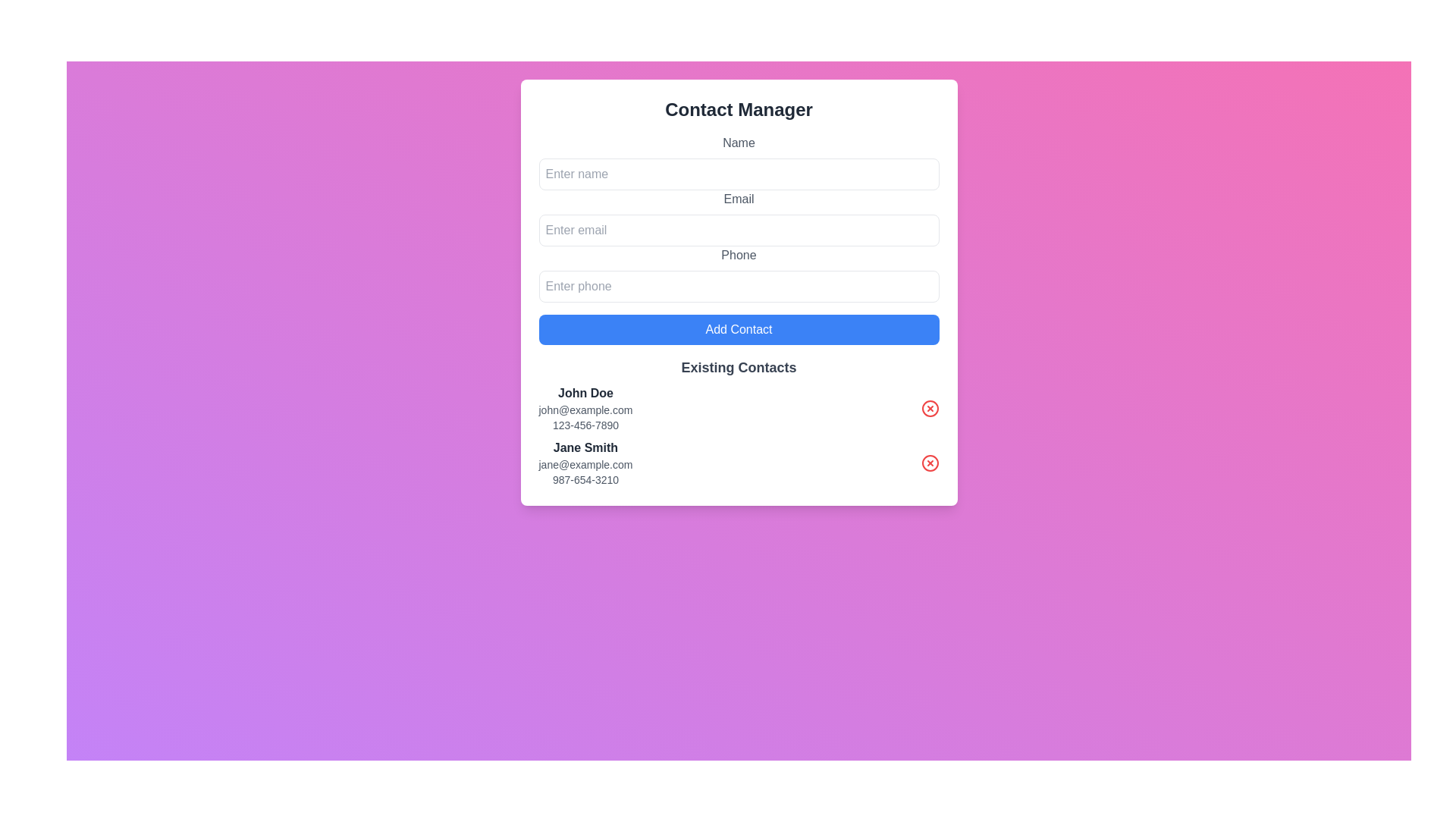  Describe the element at coordinates (739, 368) in the screenshot. I see `the 'Existing Contacts' text label, which is bold and dark gray, located under the 'Add Contact' button` at that location.